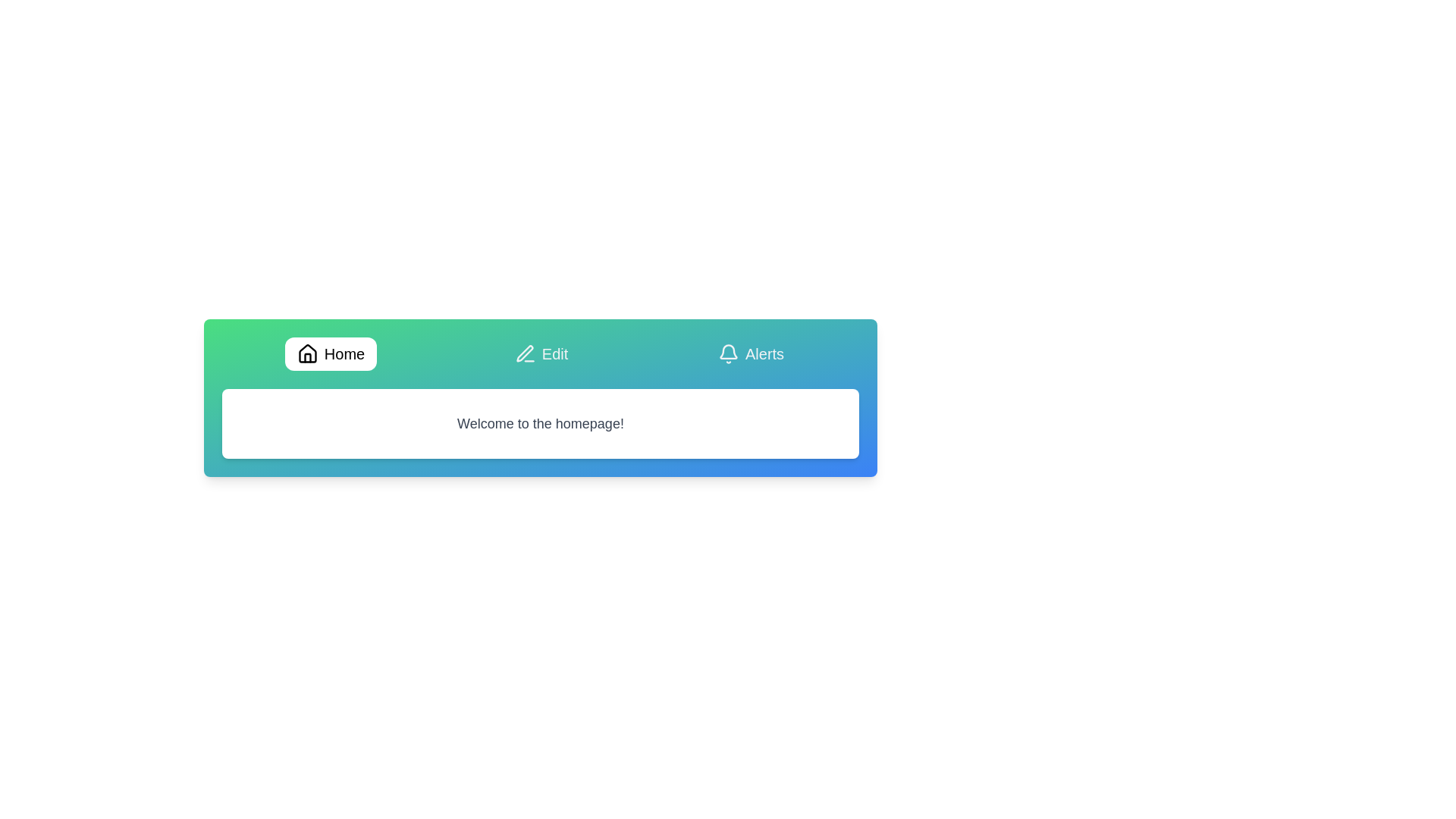  What do you see at coordinates (751, 353) in the screenshot?
I see `the tab labeled Alerts to view its content` at bounding box center [751, 353].